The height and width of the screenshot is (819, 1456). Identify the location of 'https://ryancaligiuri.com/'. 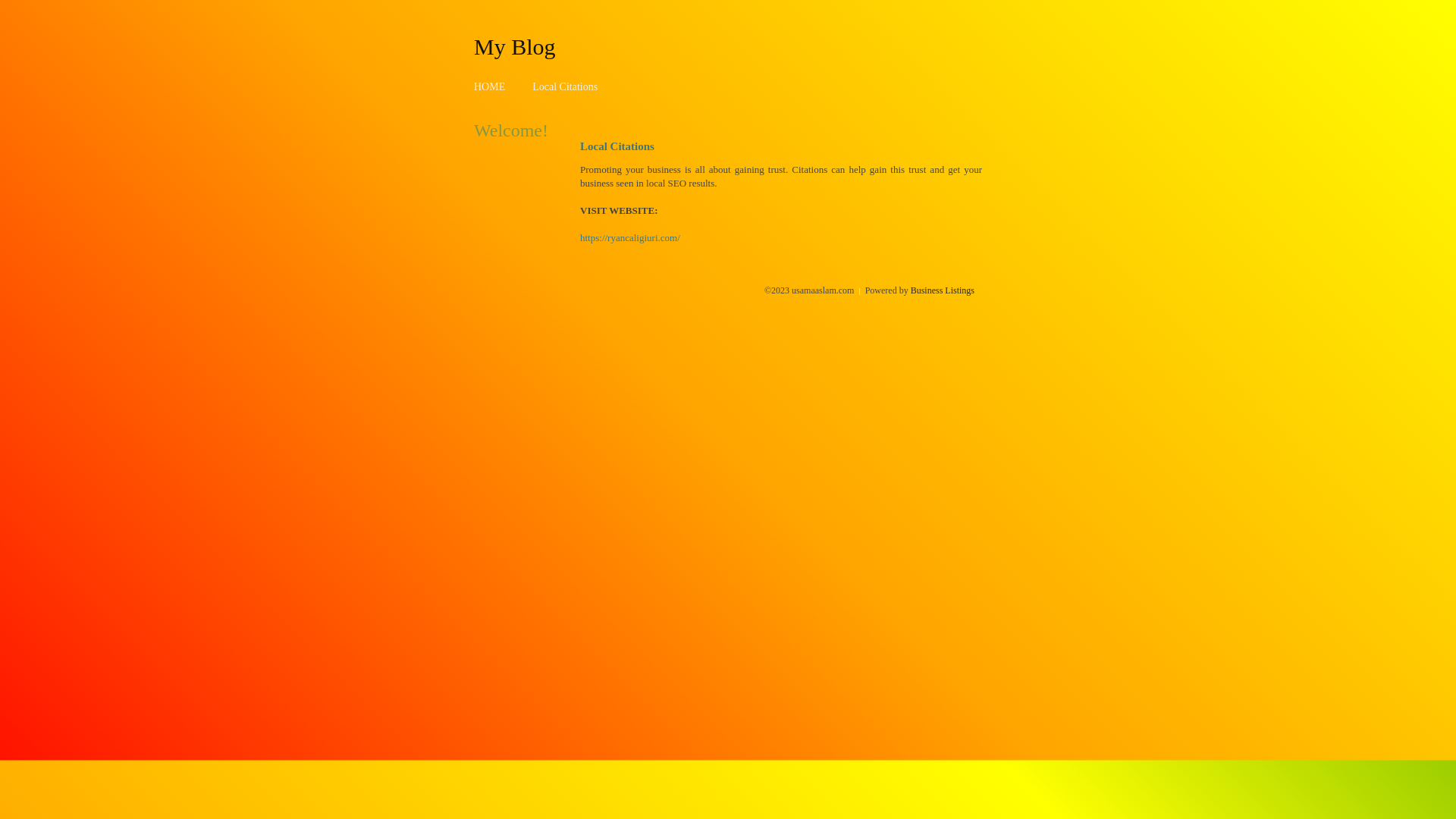
(629, 237).